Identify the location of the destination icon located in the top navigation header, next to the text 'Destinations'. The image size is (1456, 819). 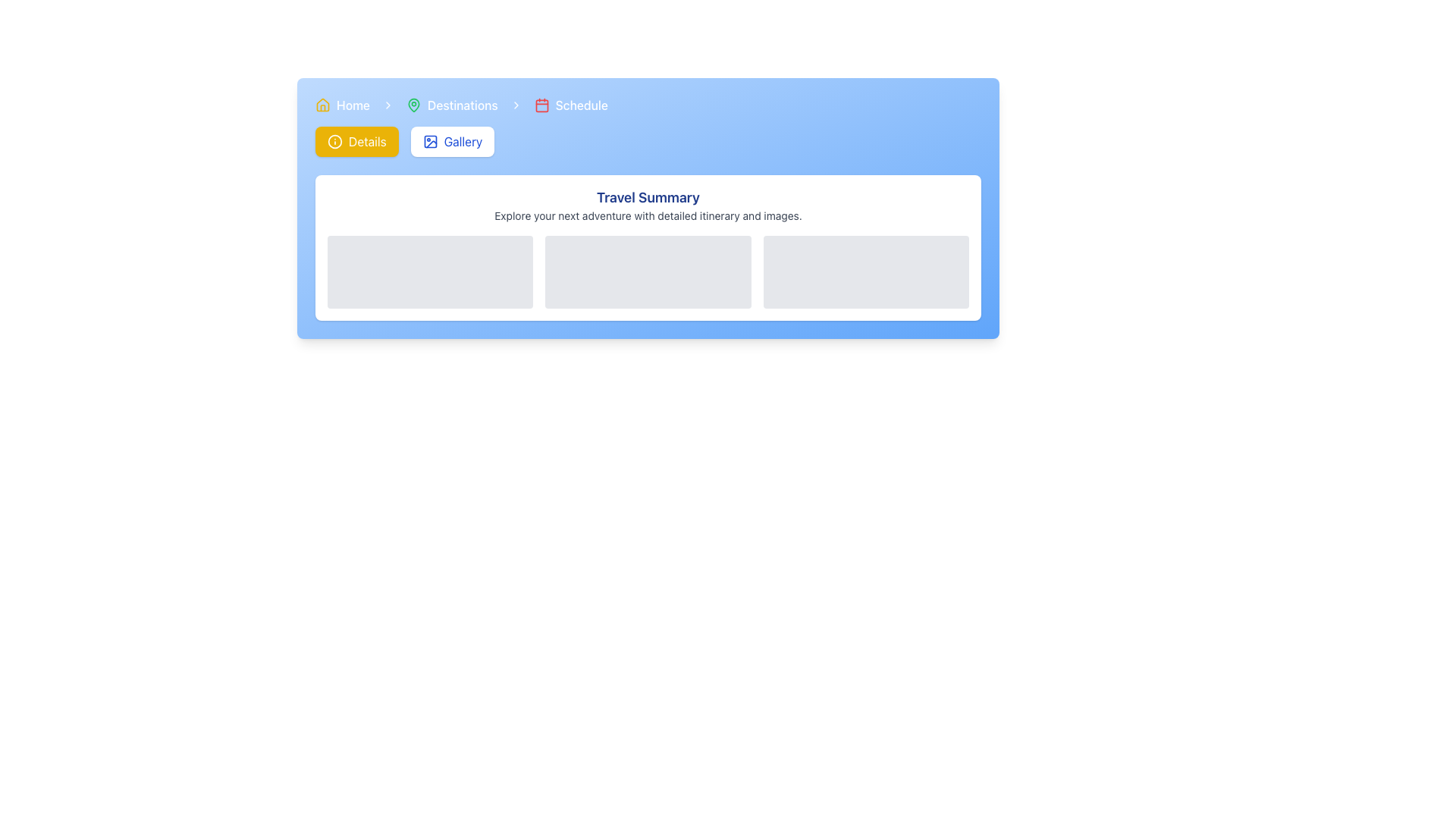
(414, 104).